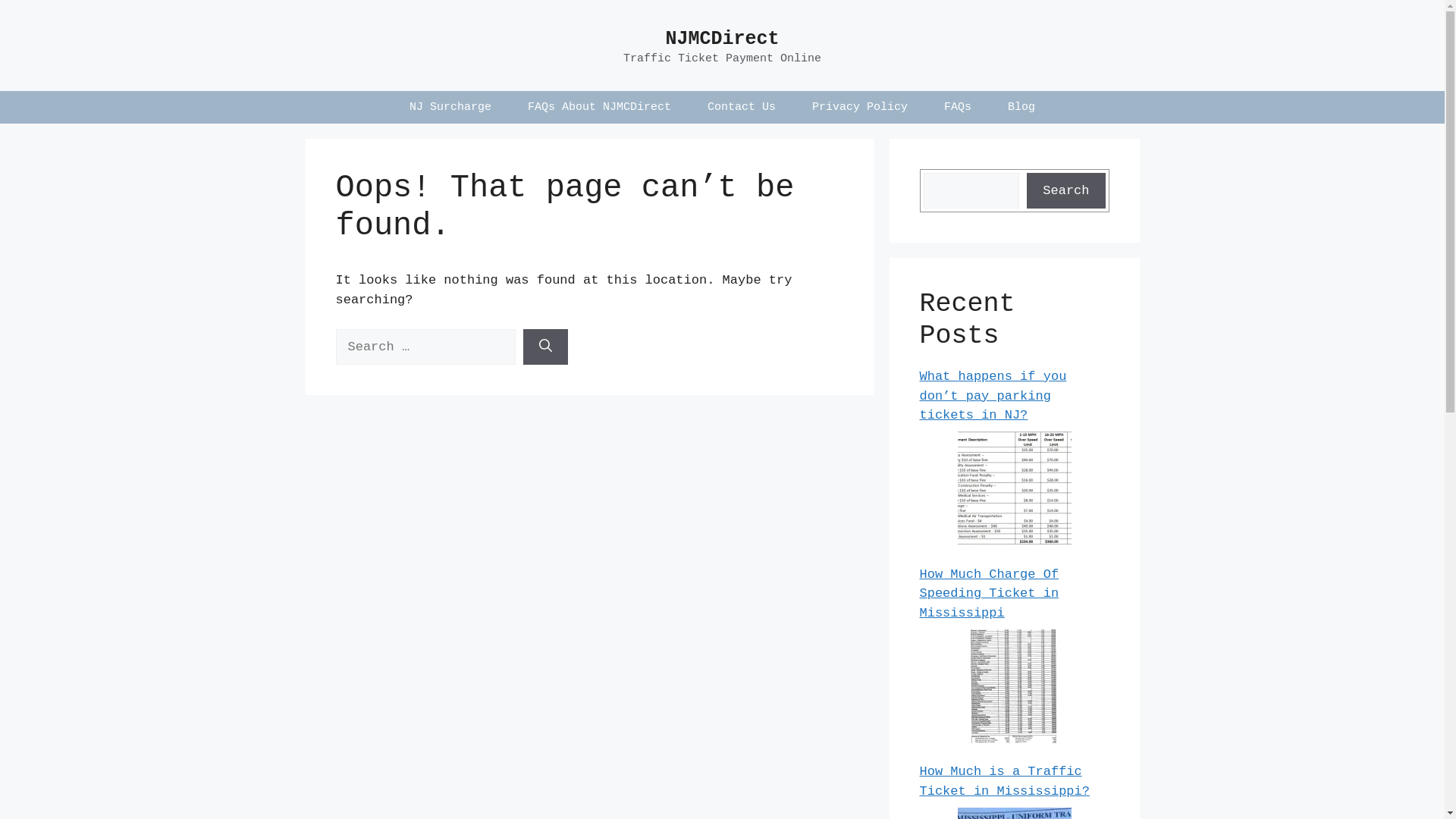  What do you see at coordinates (742, 106) in the screenshot?
I see `'Contact Us'` at bounding box center [742, 106].